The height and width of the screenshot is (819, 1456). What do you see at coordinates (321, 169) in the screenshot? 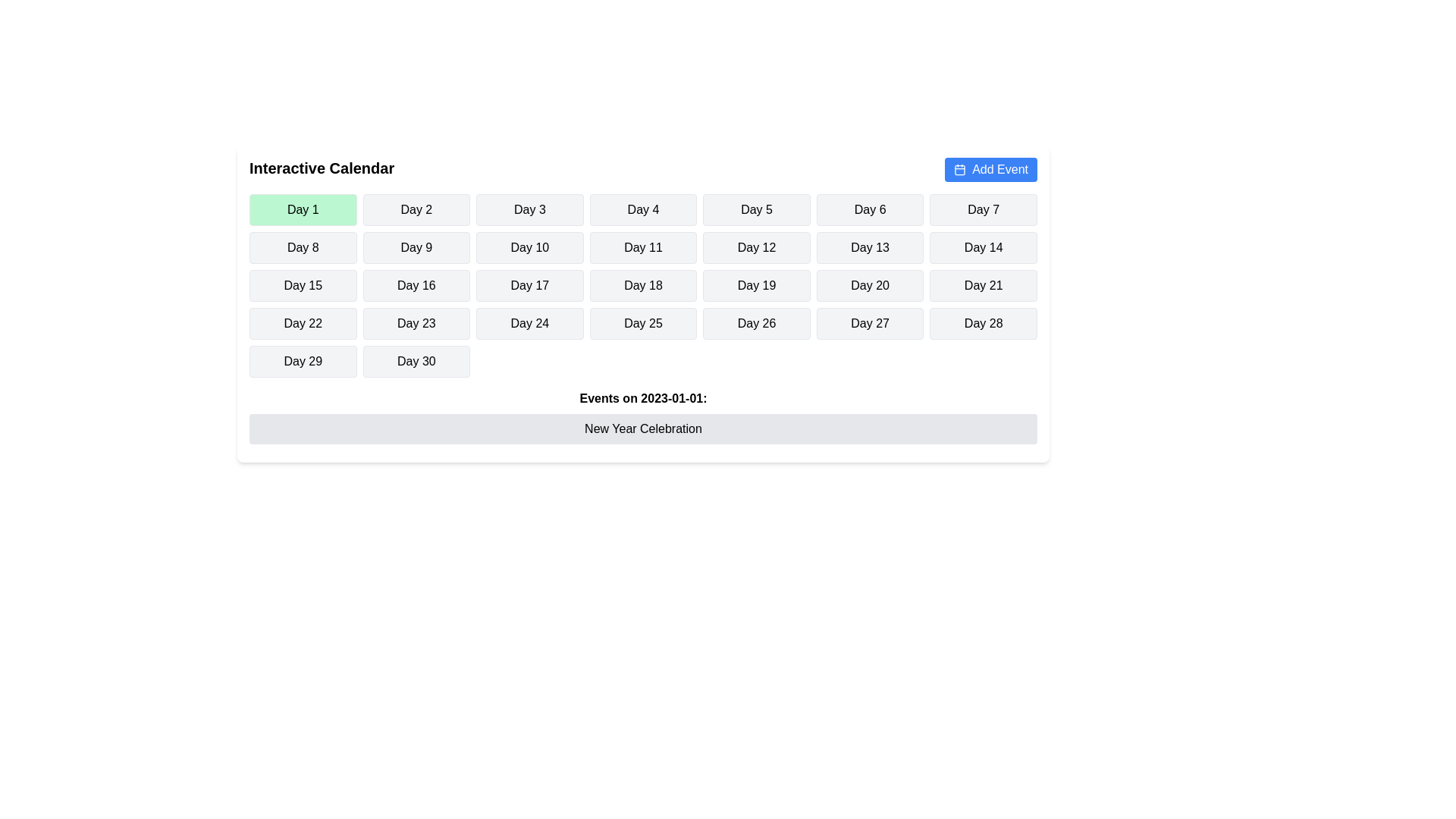
I see `the bold title text label 'Interactive Calendar' located at the top left of the section, which is styled prominently and positioned to the left of the 'Add Event' button` at bounding box center [321, 169].